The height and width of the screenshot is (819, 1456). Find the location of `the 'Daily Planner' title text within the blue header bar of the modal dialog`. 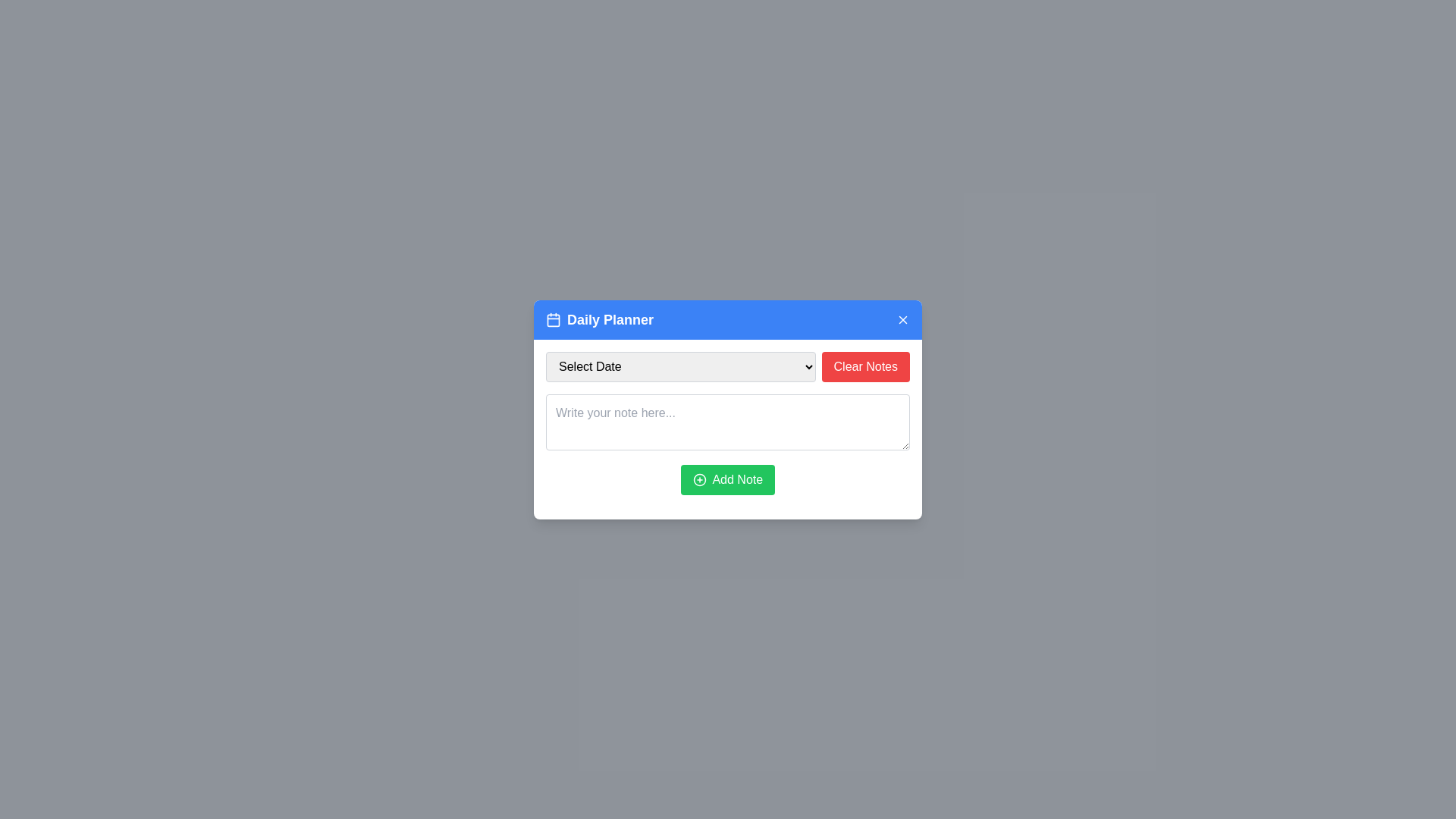

the 'Daily Planner' title text within the blue header bar of the modal dialog is located at coordinates (599, 318).